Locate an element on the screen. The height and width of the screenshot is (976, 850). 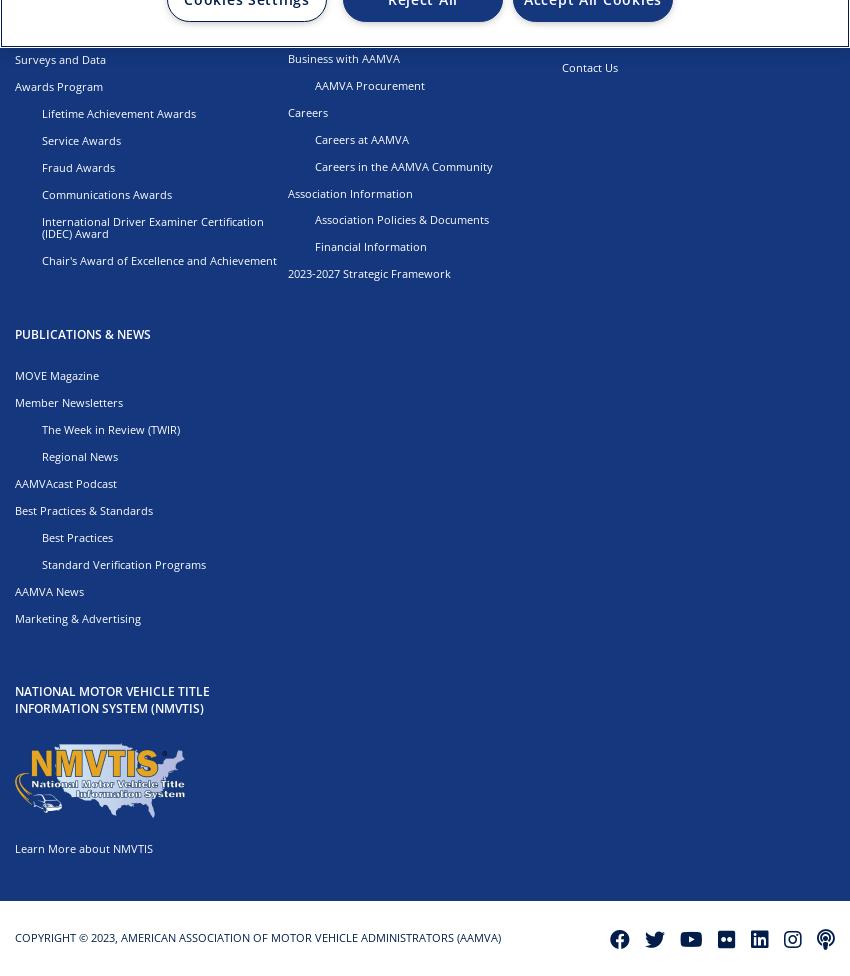
'NATIONAL MOTOR VEHICLE TITLE INFORMATION SYSTEM (NMVTIS)' is located at coordinates (111, 698).